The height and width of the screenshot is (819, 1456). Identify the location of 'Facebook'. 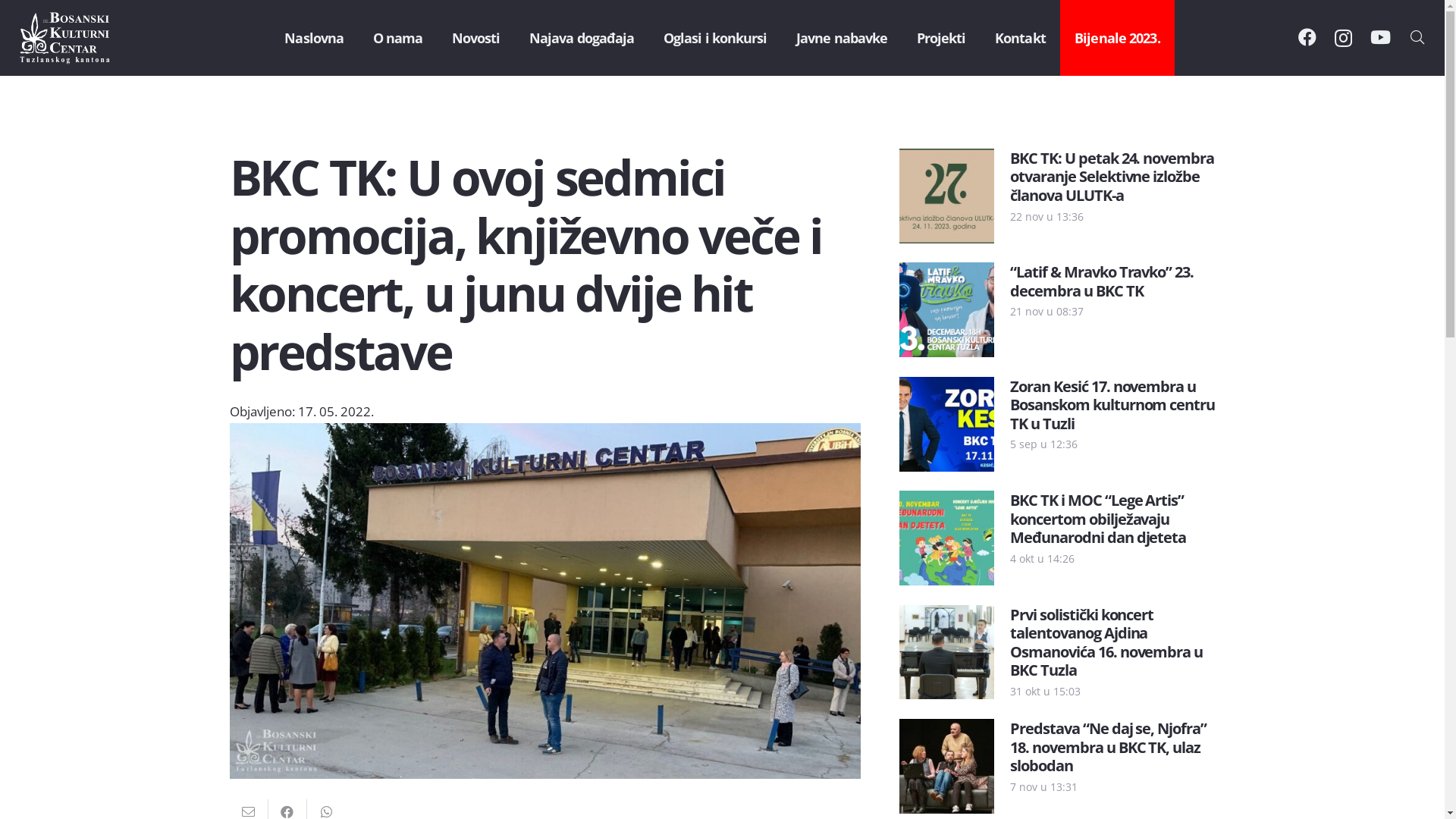
(1306, 36).